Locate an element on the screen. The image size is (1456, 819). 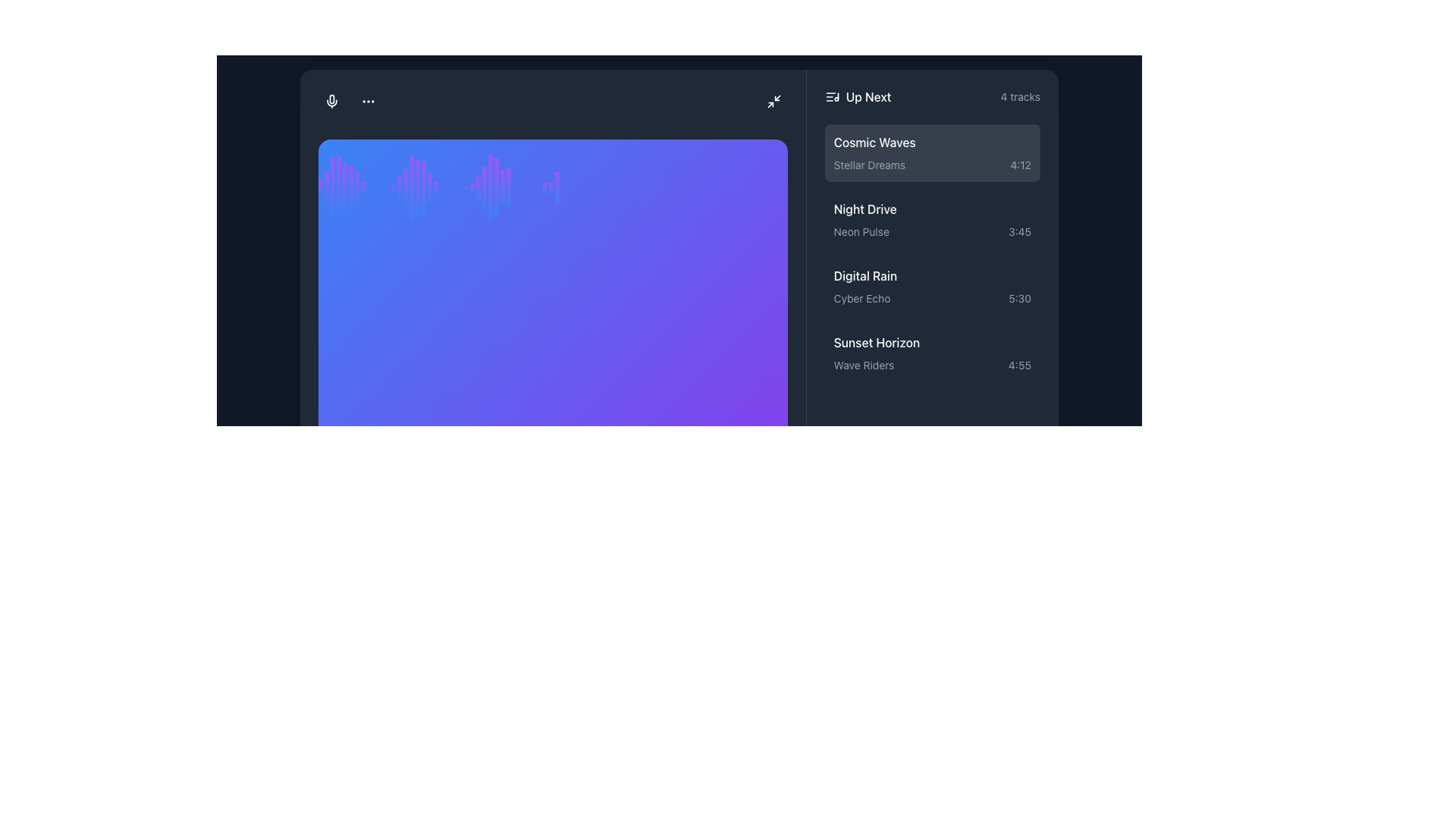
the static text label indicating the duration of the track 'Cosmic Waves', which is located on the far right end of the row in the 'Up Next' list is located at coordinates (1021, 165).